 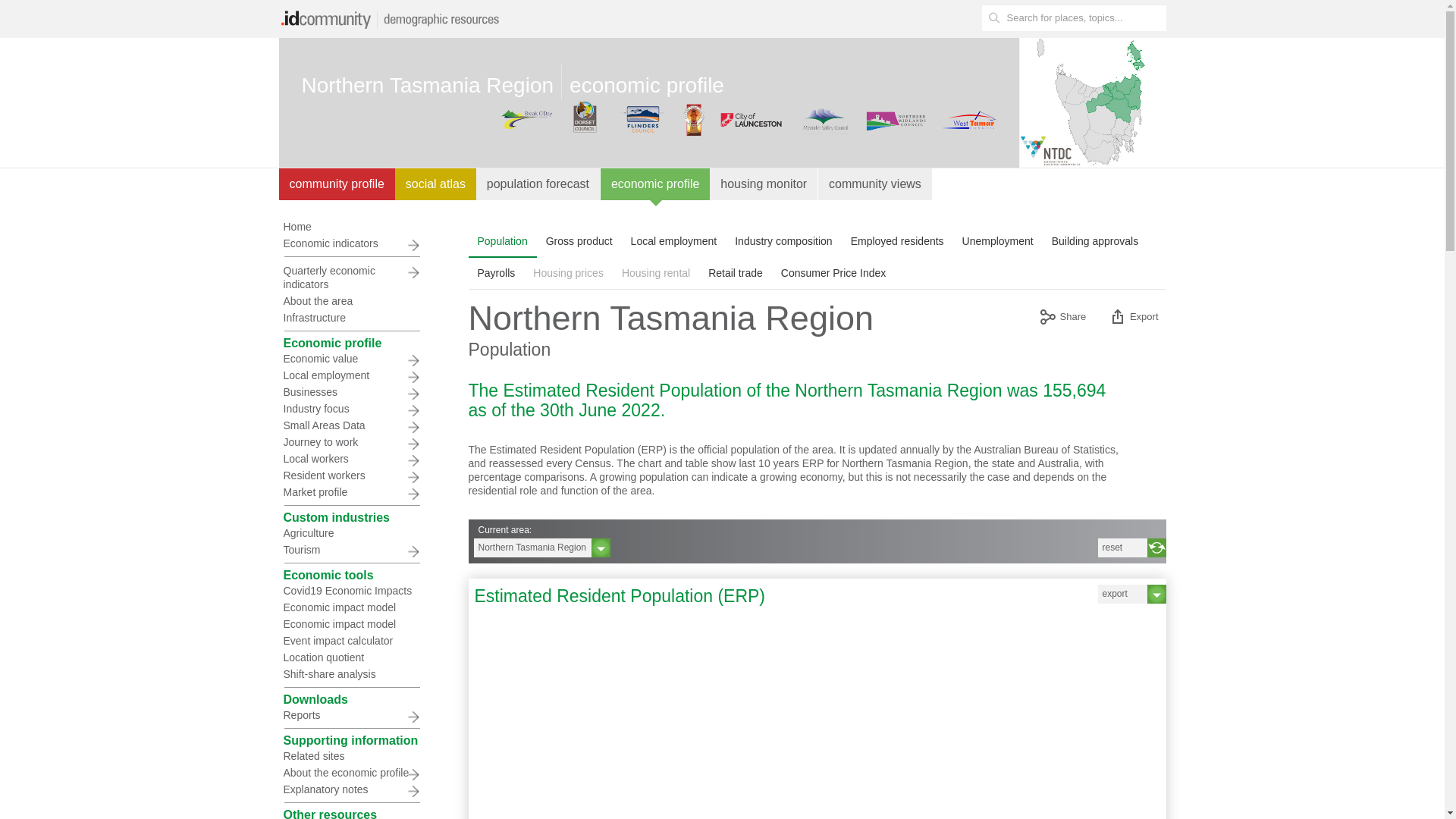 I want to click on 'Employed residents', so click(x=897, y=240).